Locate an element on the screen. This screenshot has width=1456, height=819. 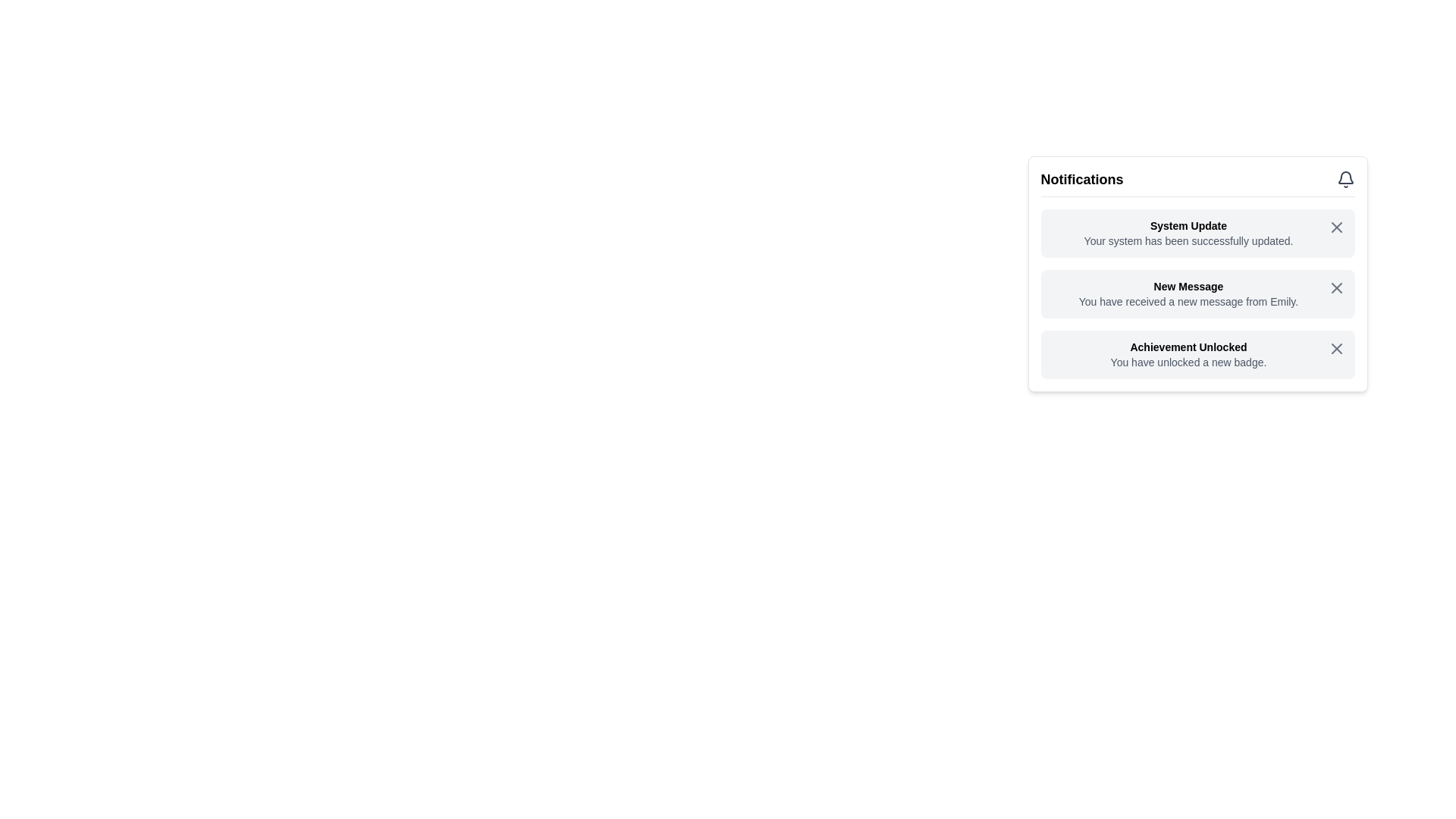
text content of the notification label that says 'You have received a new message from Emily.' is located at coordinates (1188, 301).